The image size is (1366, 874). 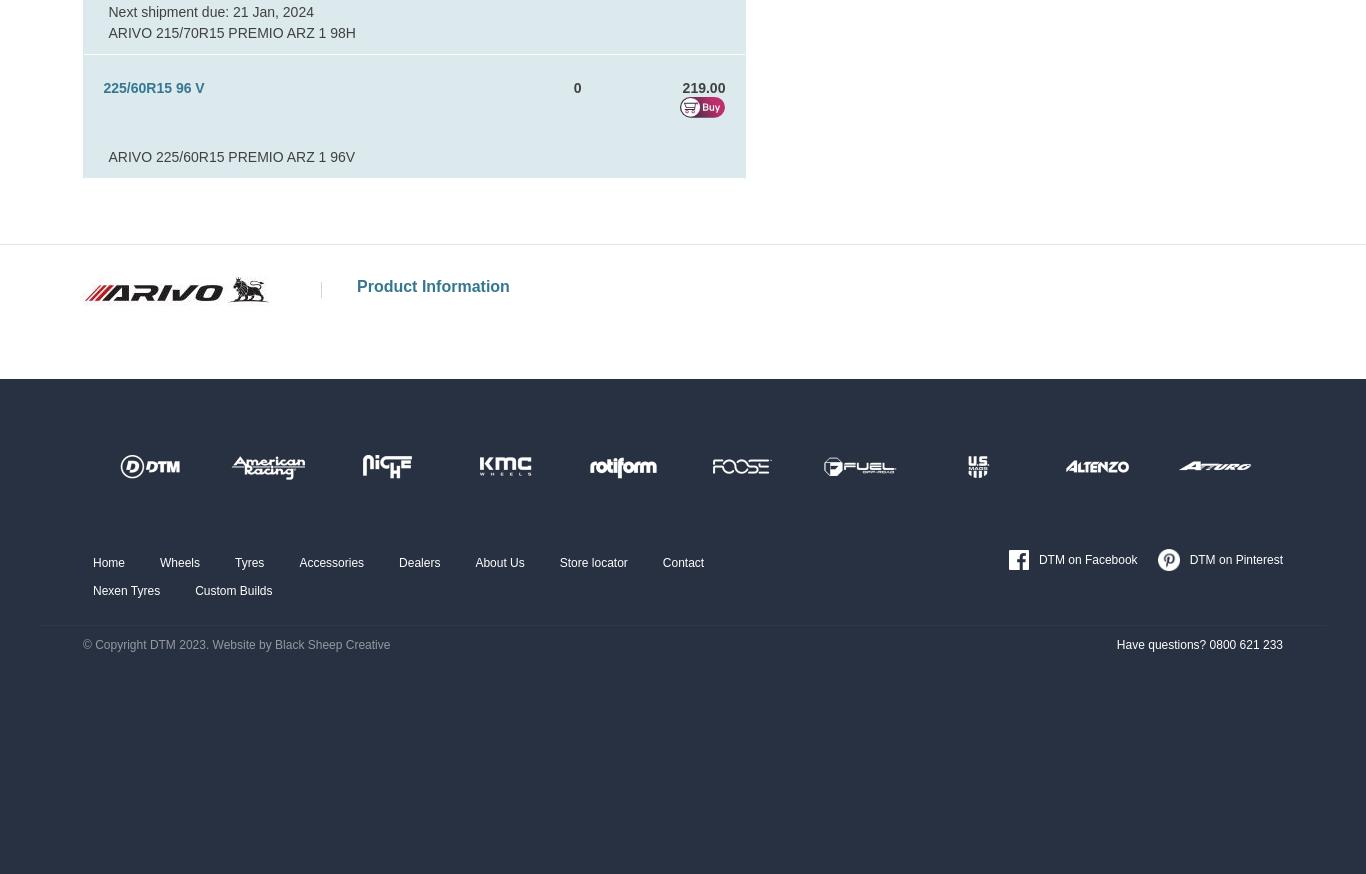 I want to click on 'DTM on Facebook', so click(x=1086, y=559).